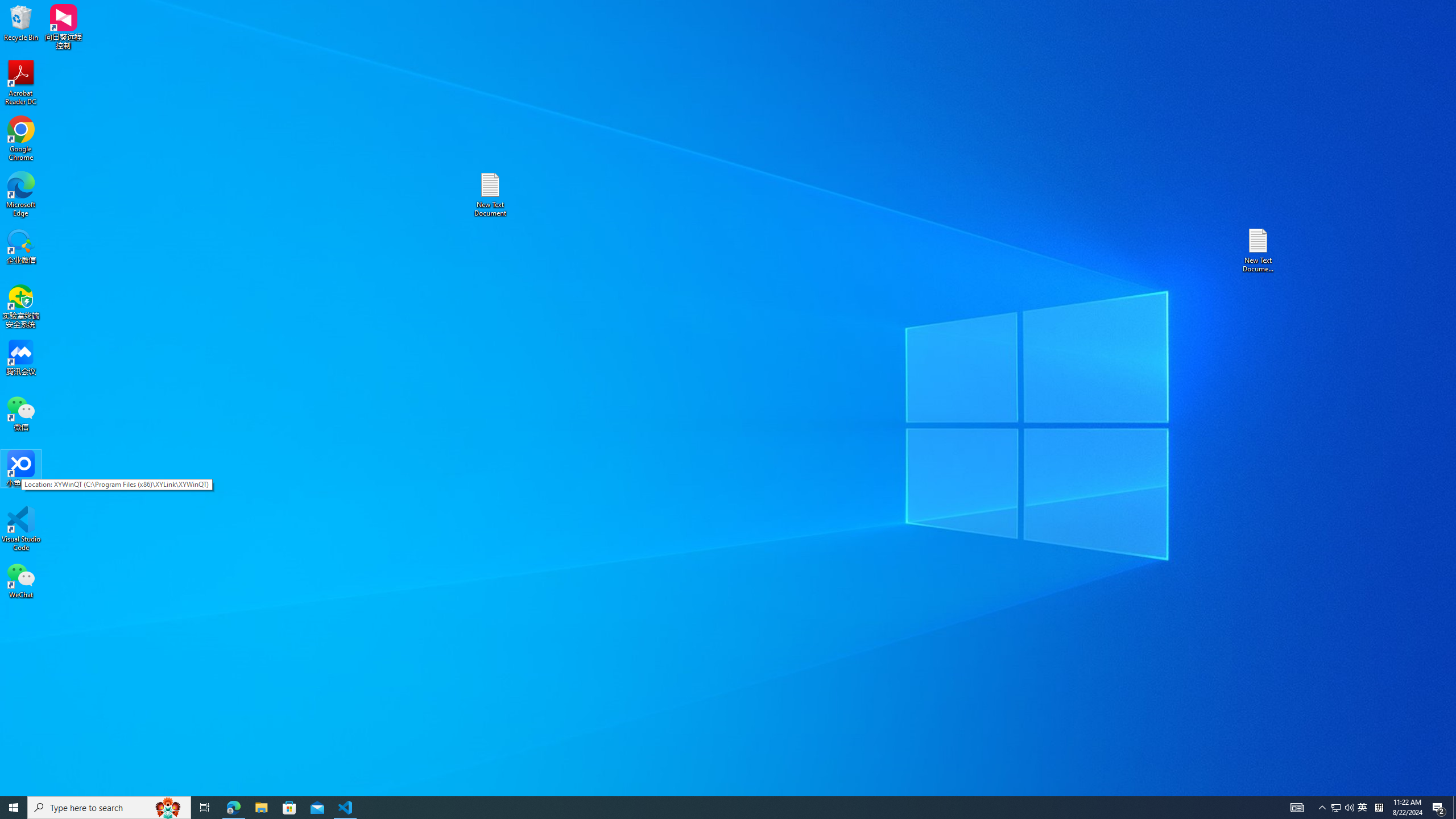 The height and width of the screenshot is (819, 1456). Describe the element at coordinates (1349, 806) in the screenshot. I see `'Q2790: 100%'` at that location.